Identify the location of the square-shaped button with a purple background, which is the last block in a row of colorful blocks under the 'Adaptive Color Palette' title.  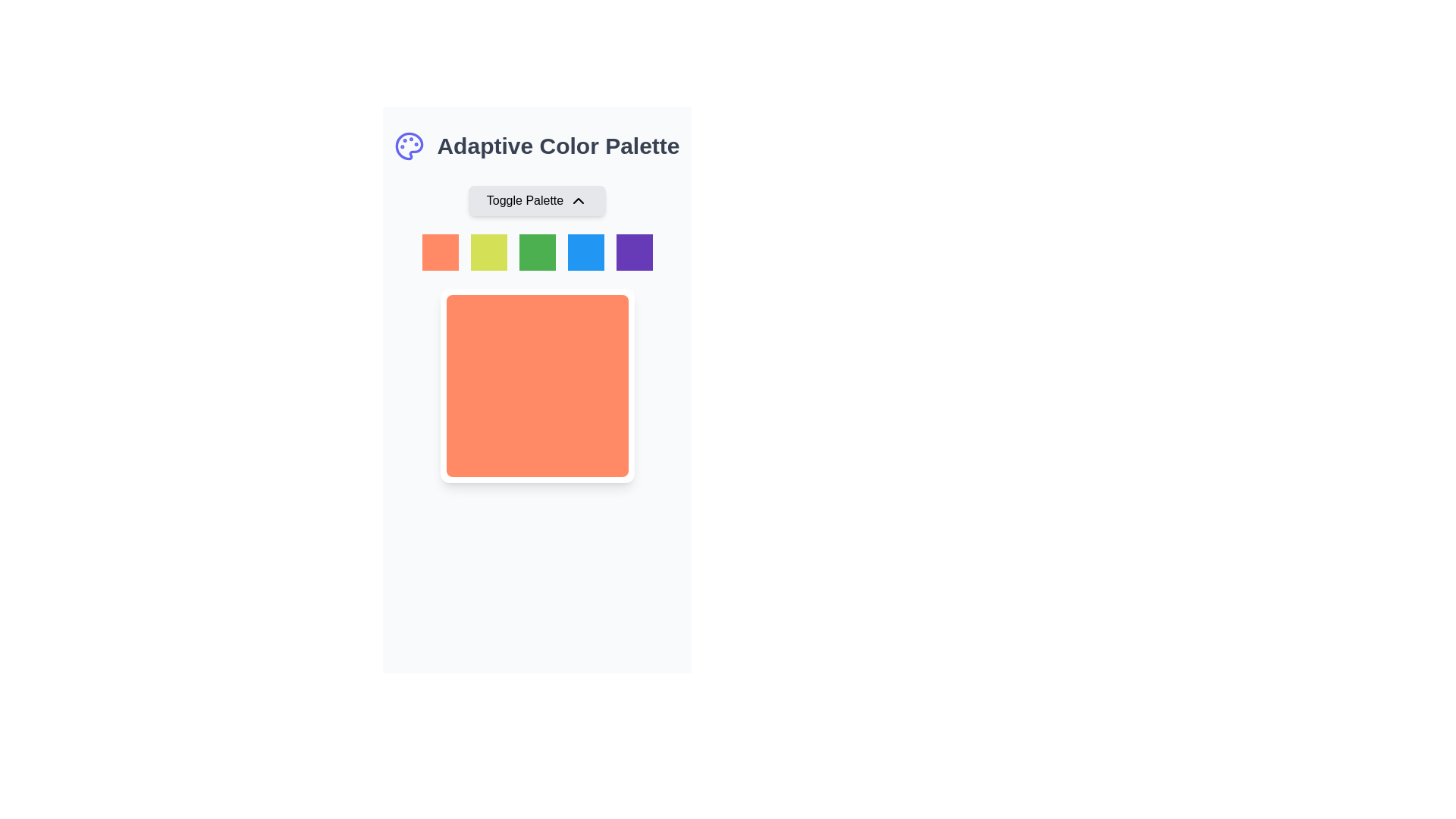
(634, 251).